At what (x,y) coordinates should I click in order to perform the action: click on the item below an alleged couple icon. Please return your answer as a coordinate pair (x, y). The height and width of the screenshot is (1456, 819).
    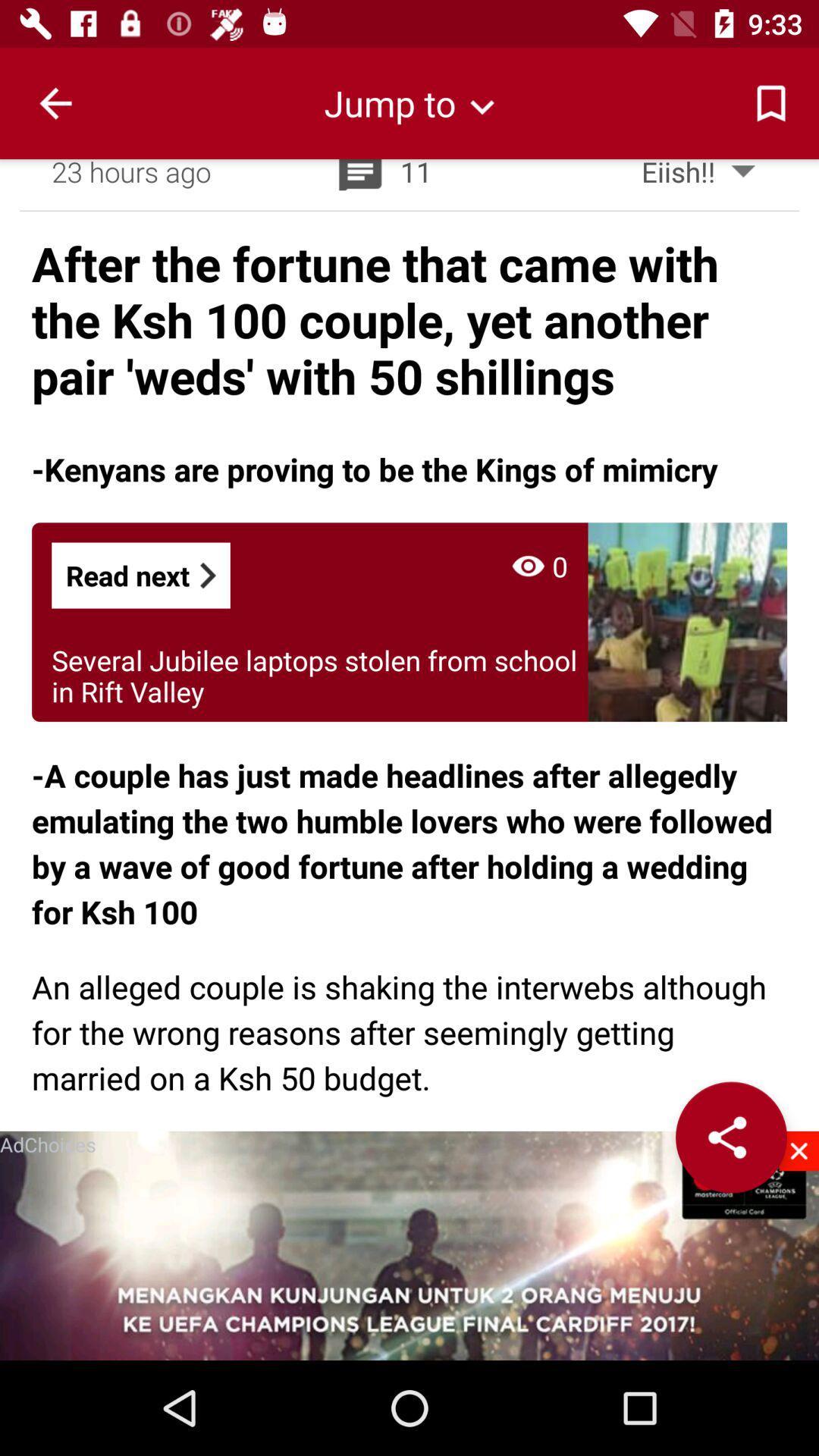
    Looking at the image, I should click on (798, 1150).